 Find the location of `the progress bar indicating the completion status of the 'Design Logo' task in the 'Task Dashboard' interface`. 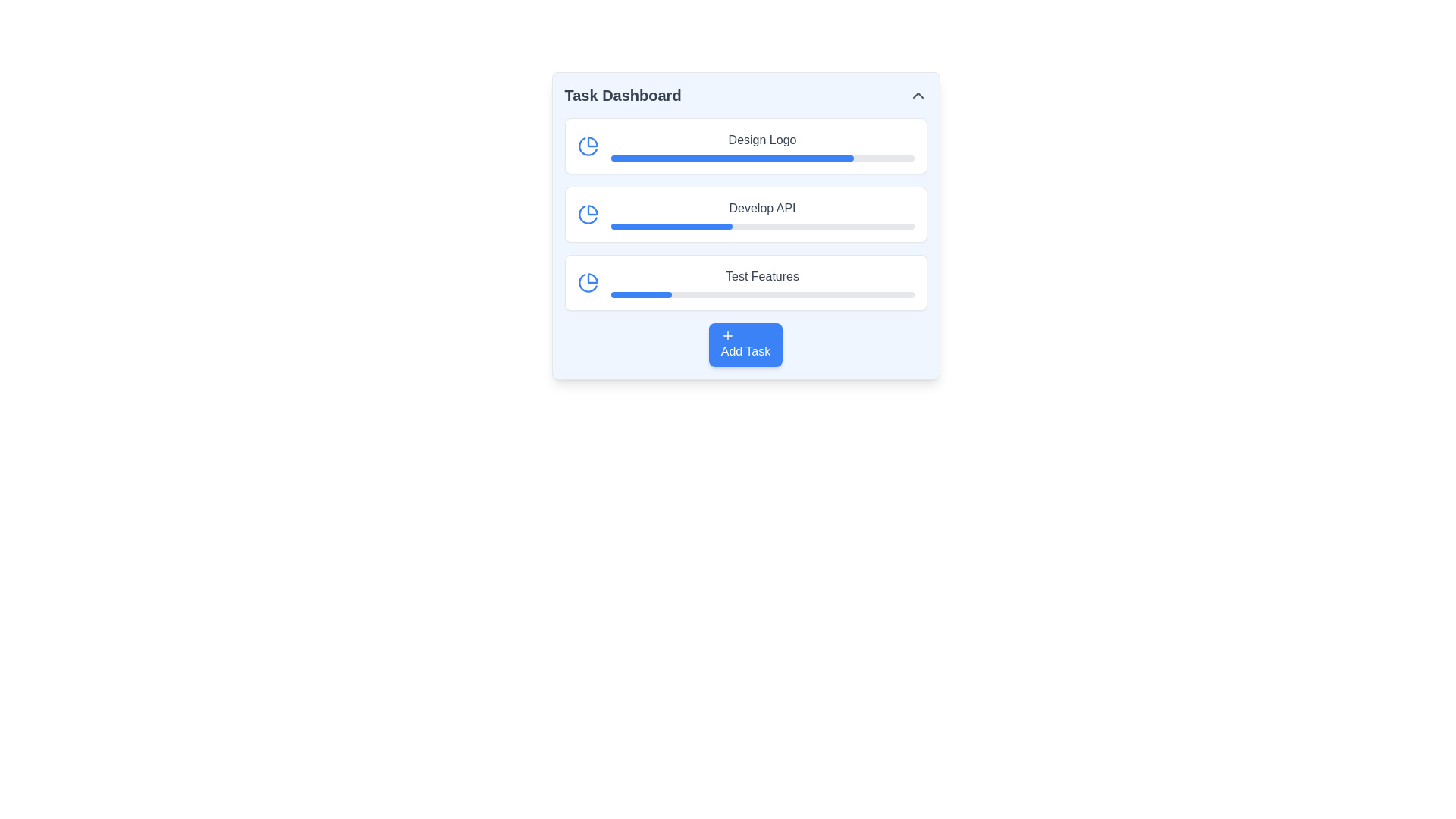

the progress bar indicating the completion status of the 'Design Logo' task in the 'Task Dashboard' interface is located at coordinates (732, 158).